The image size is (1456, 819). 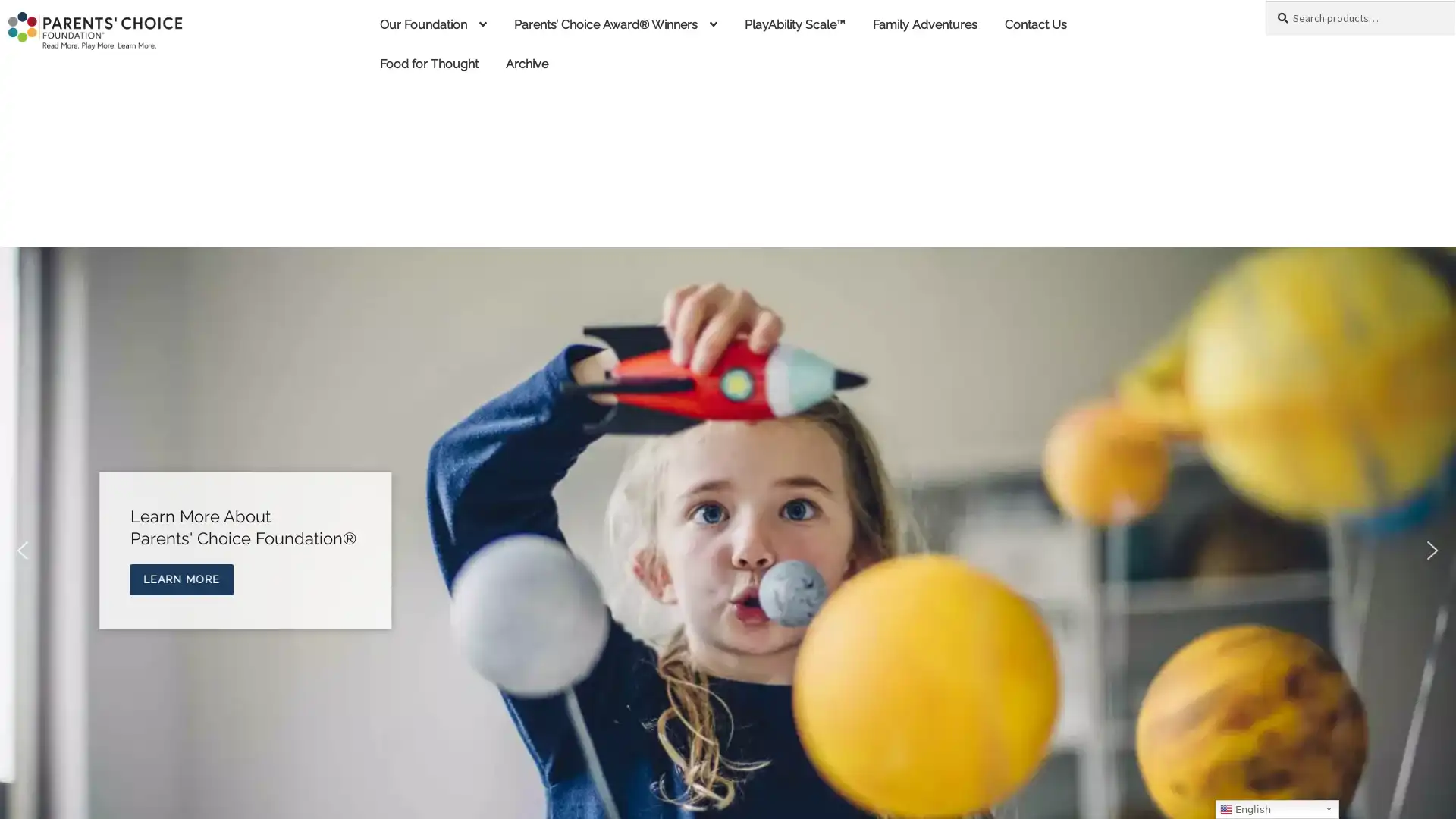 What do you see at coordinates (245, 550) in the screenshot?
I see `Explore Parents Choice Award Winners Explore` at bounding box center [245, 550].